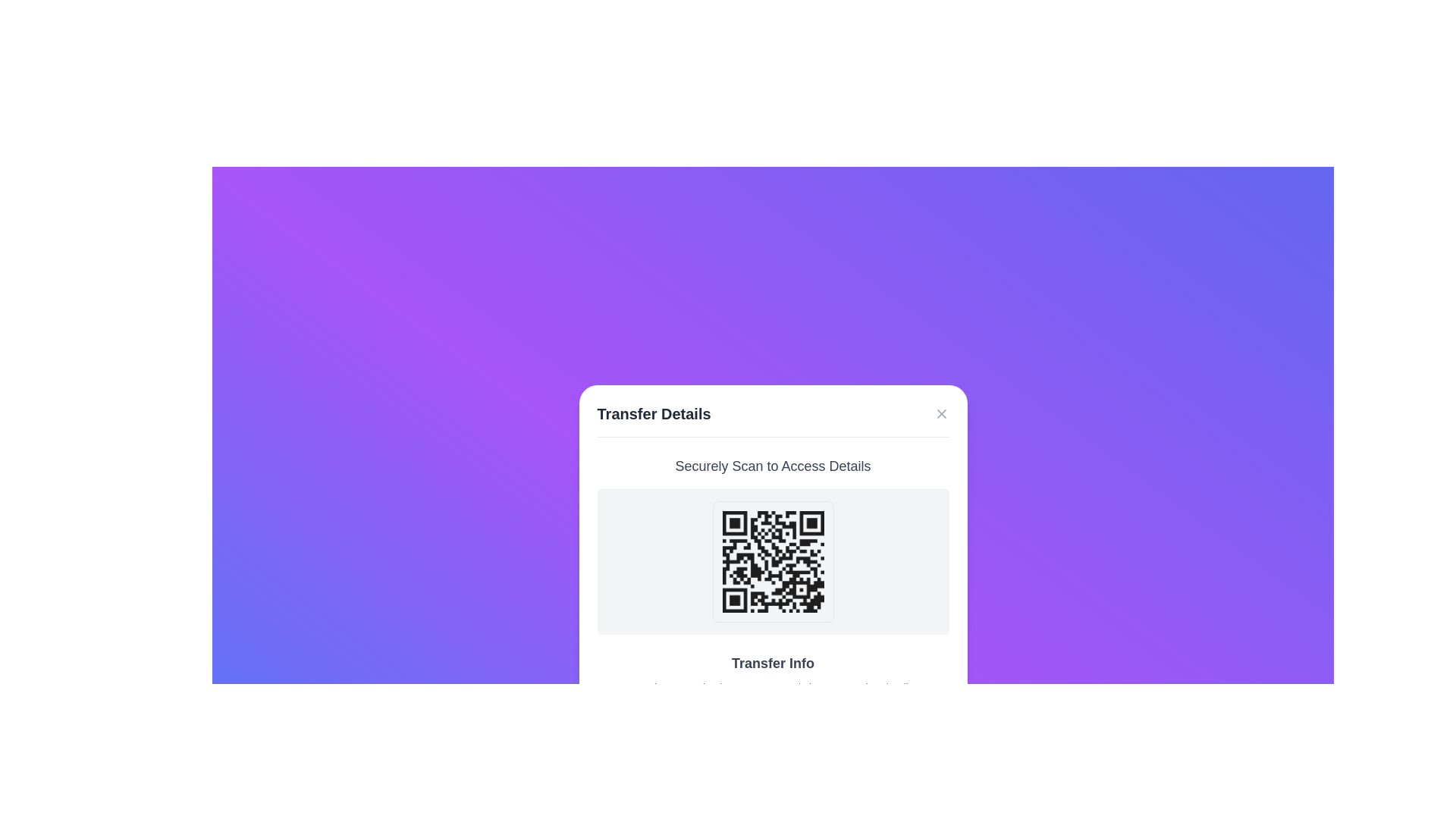 This screenshot has width=1456, height=819. What do you see at coordinates (773, 662) in the screenshot?
I see `the bold, dark-gray text label reading 'Transfer Info' located within the light-colored card interface, positioned below the QR code section` at bounding box center [773, 662].